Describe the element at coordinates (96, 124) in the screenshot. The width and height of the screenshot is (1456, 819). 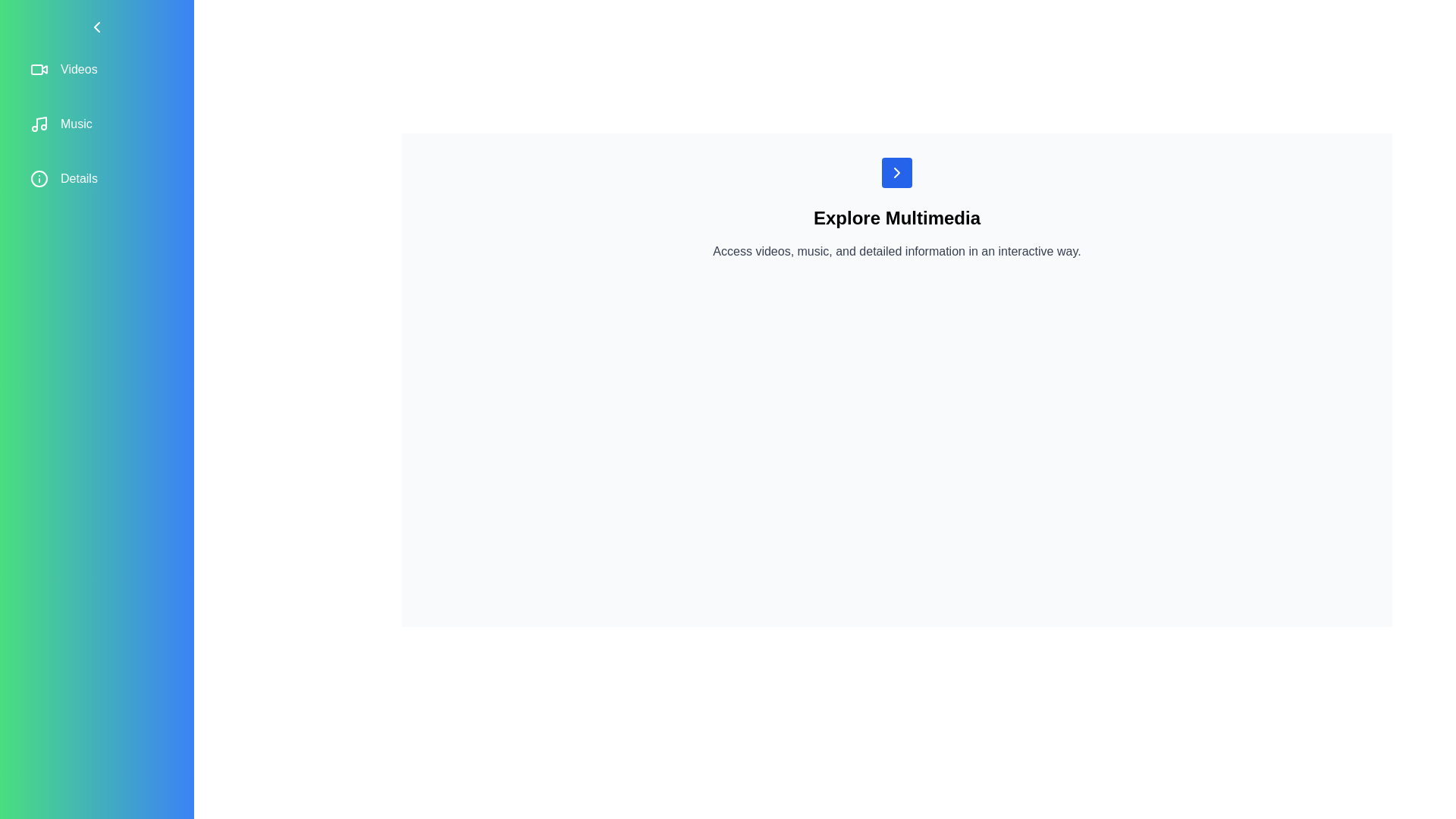
I see `the sidebar item Music` at that location.